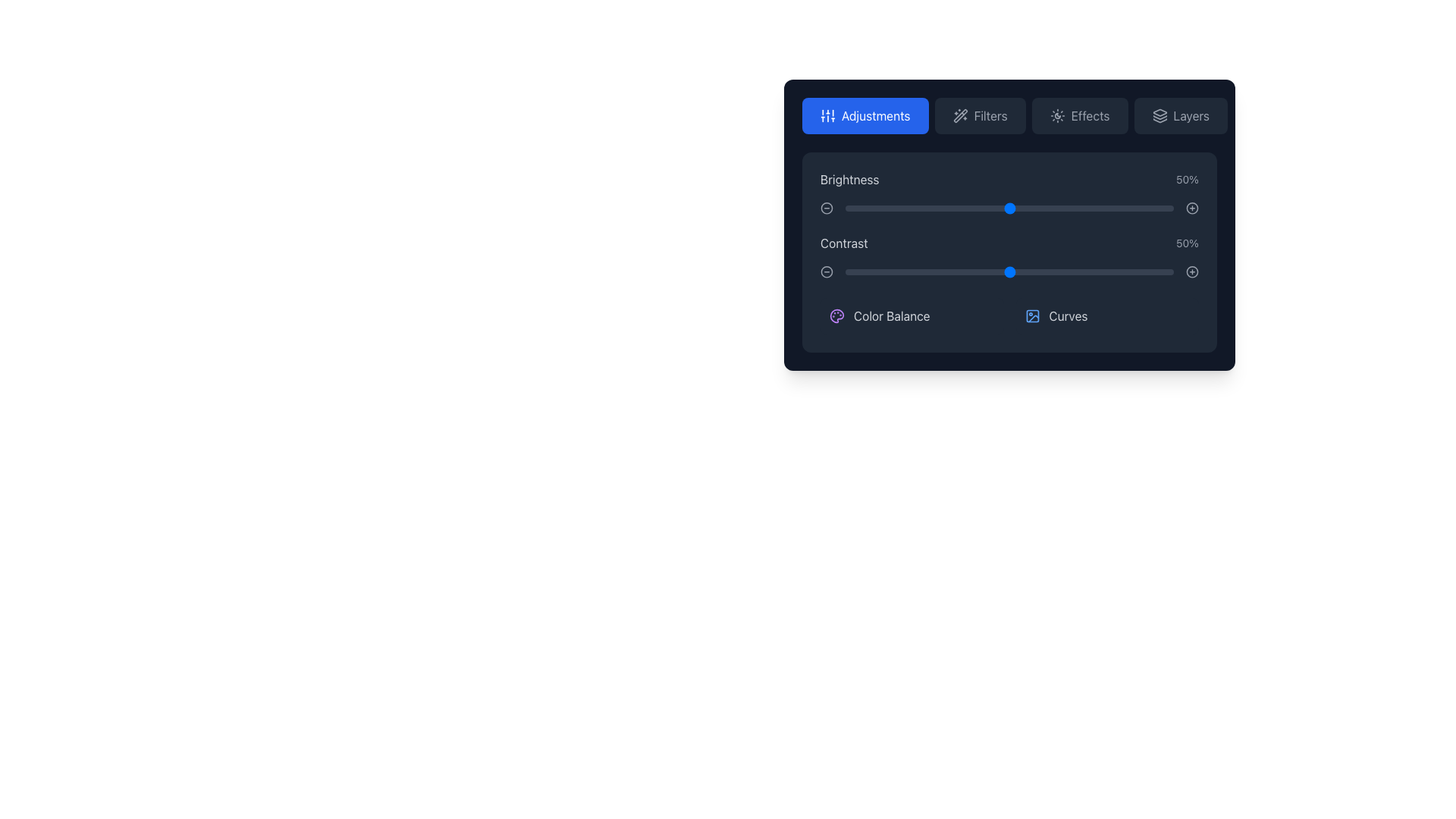 The height and width of the screenshot is (819, 1456). I want to click on the contrast level, so click(1026, 271).